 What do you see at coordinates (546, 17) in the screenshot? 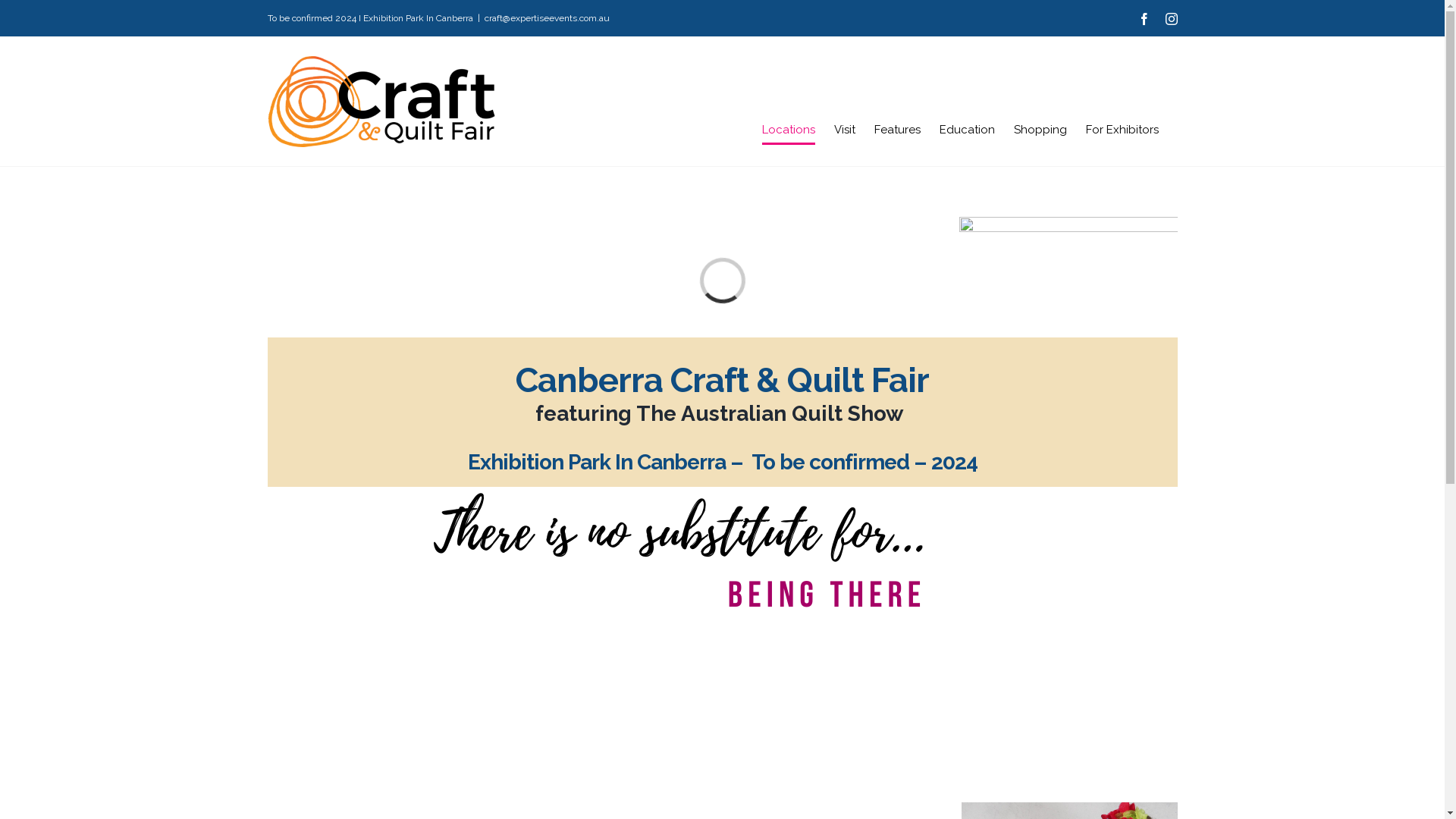
I see `'craft@expertiseevents.com.au'` at bounding box center [546, 17].